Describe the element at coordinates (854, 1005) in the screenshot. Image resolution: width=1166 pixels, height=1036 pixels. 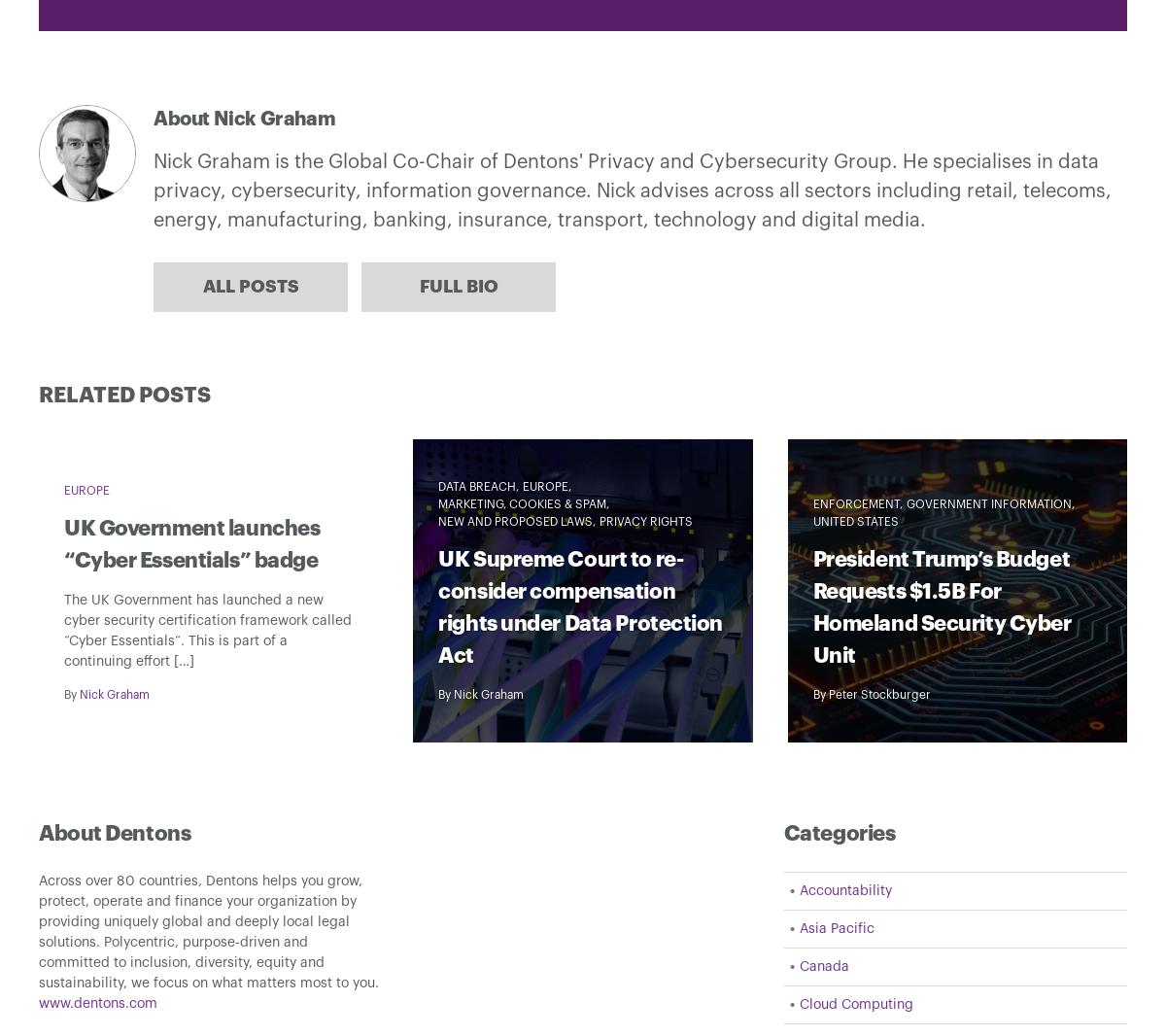
I see `'Cloud Computing'` at that location.